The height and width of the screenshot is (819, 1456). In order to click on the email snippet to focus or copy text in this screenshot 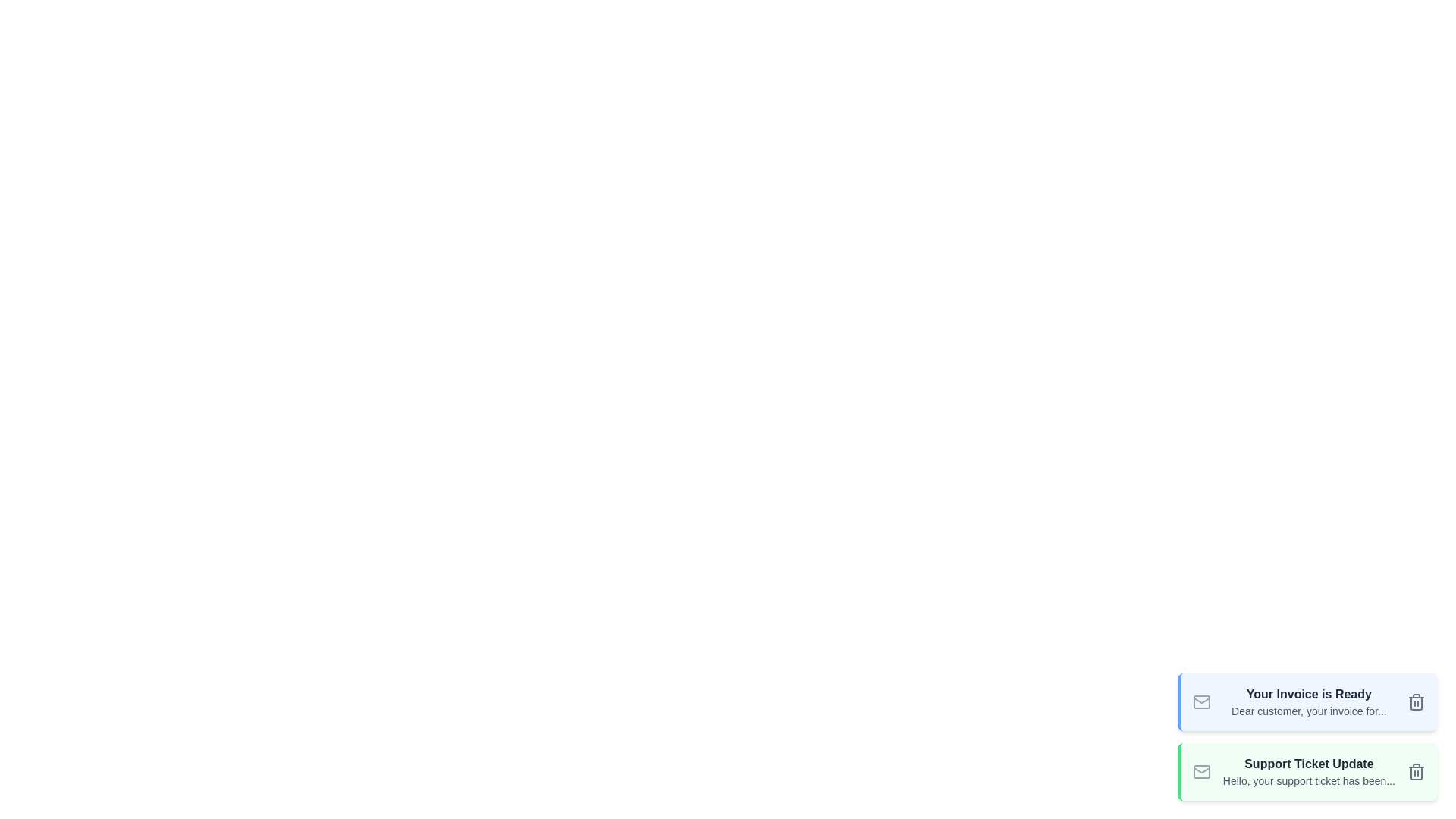, I will do `click(1308, 701)`.